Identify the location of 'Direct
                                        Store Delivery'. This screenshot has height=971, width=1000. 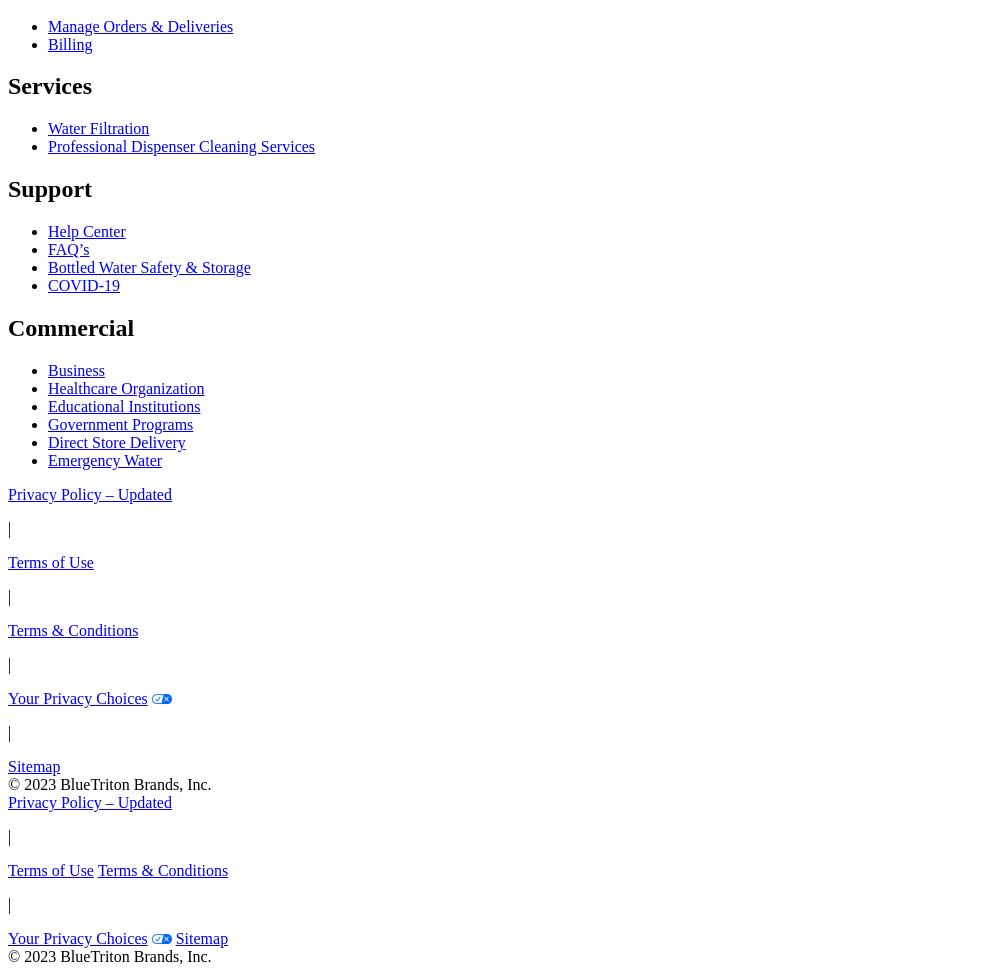
(115, 441).